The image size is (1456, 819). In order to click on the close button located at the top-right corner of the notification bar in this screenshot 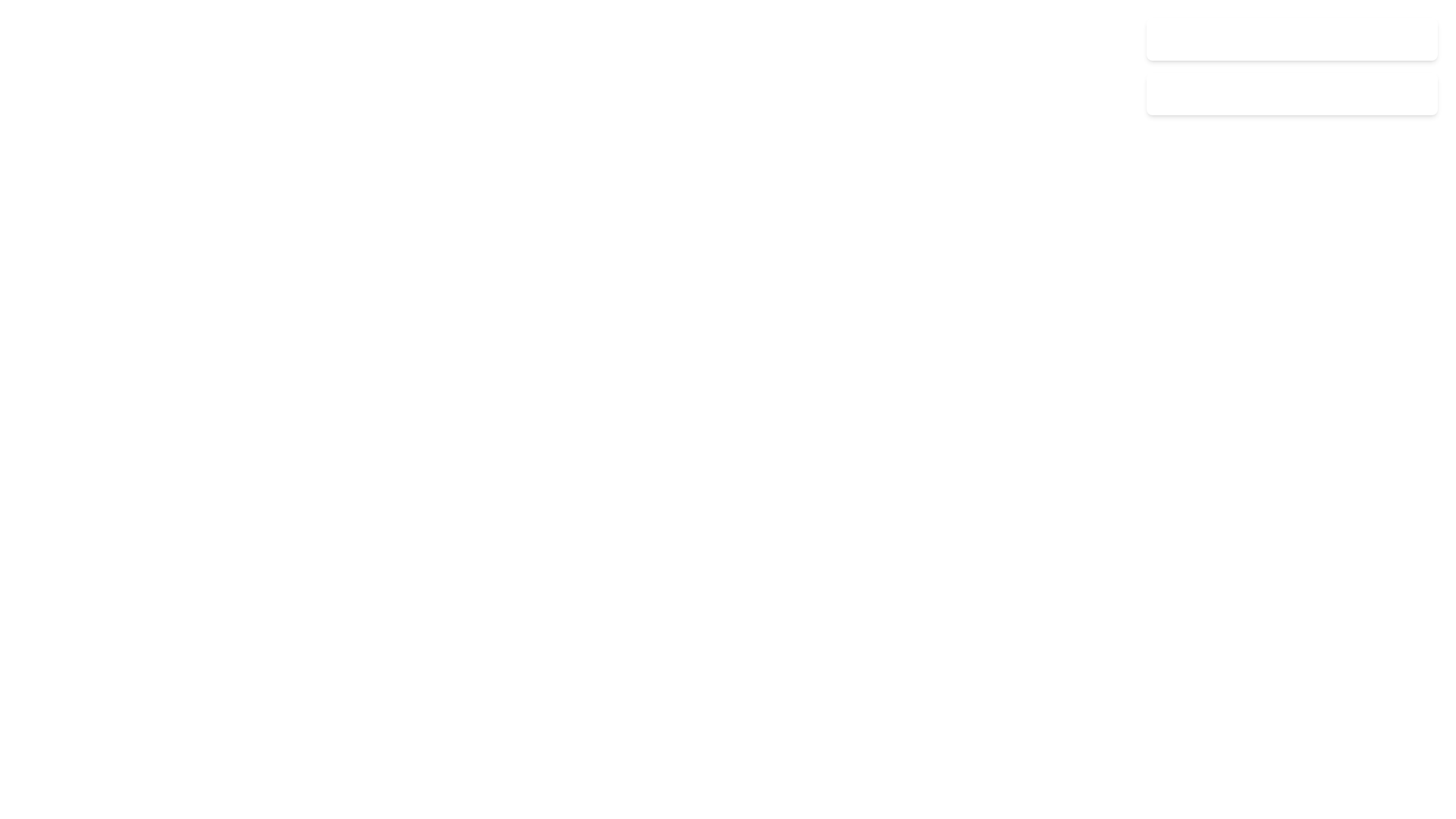, I will do `click(1417, 38)`.